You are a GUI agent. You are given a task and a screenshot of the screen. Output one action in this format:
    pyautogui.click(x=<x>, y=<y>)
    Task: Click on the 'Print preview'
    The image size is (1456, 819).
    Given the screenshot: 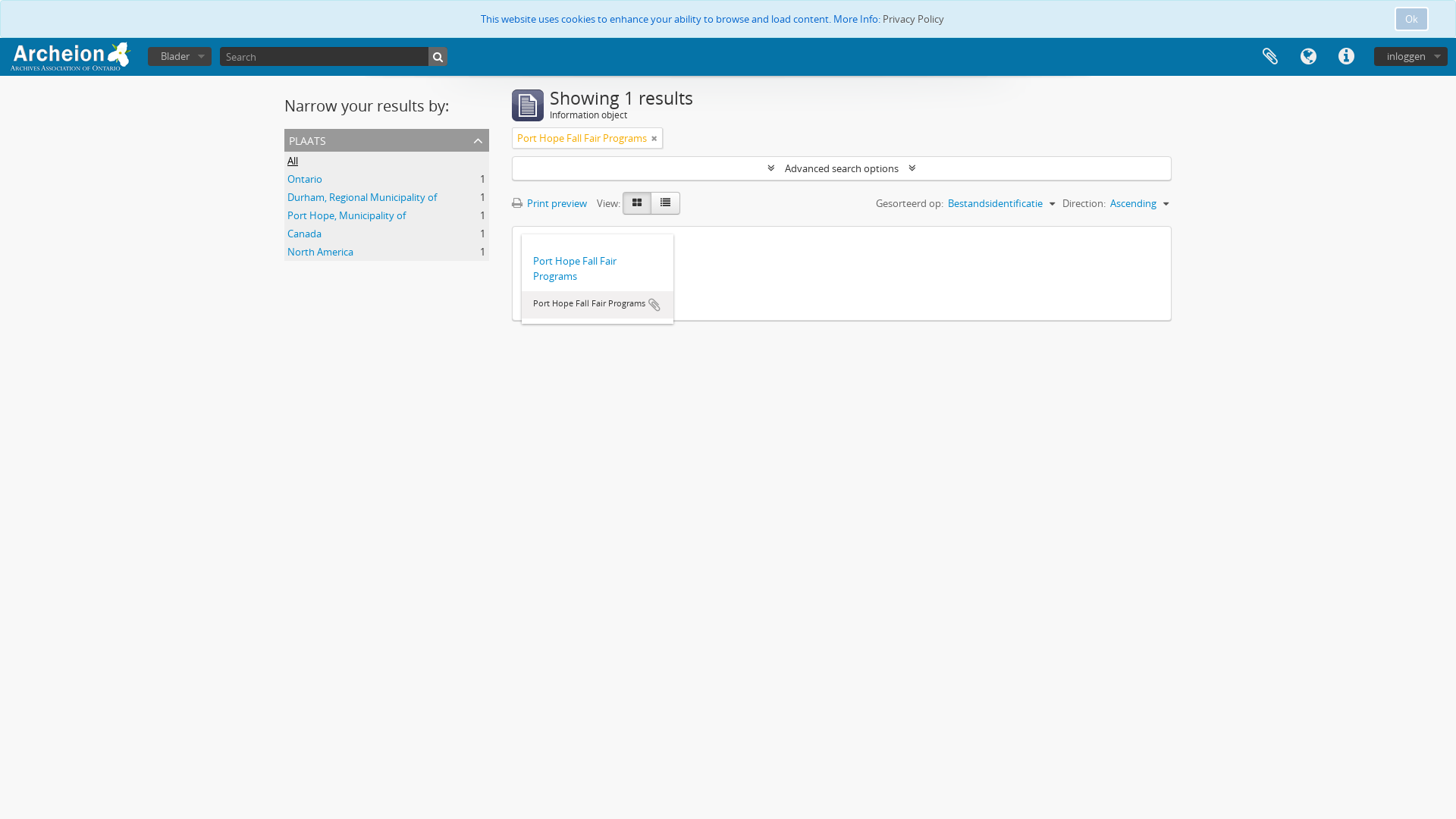 What is the action you would take?
    pyautogui.click(x=552, y=202)
    